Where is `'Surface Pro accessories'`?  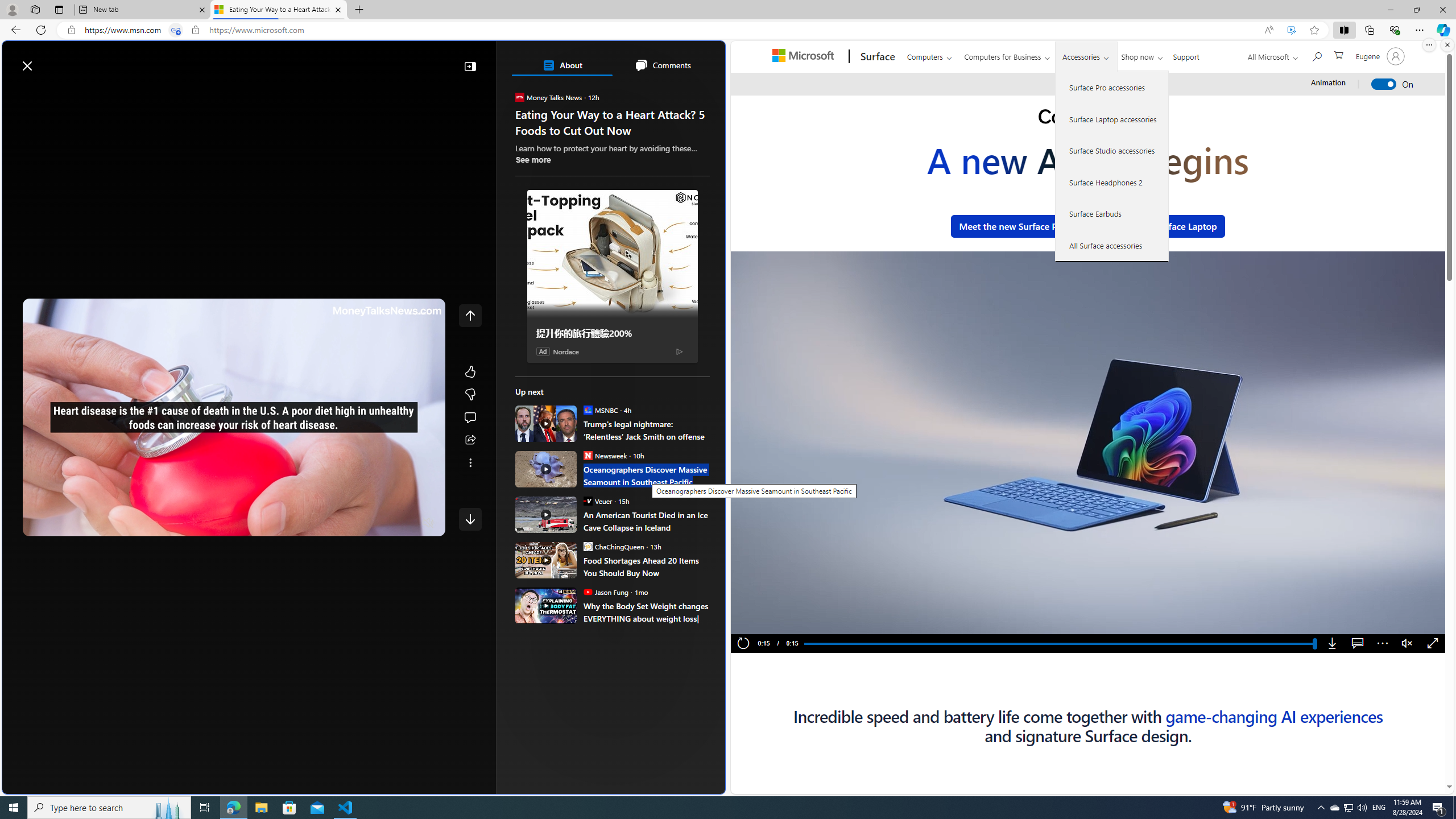 'Surface Pro accessories' is located at coordinates (1111, 87).